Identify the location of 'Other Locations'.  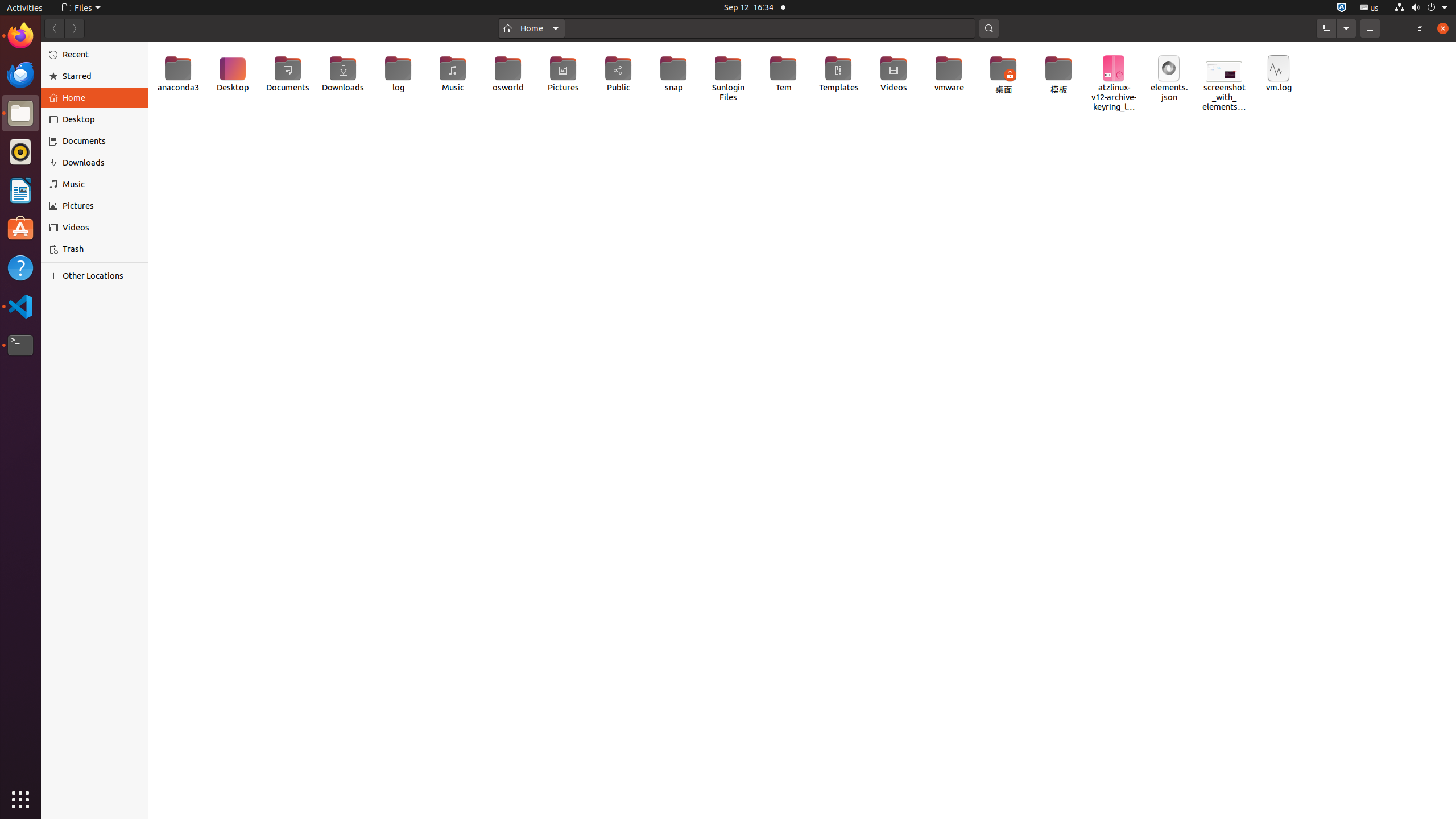
(100, 275).